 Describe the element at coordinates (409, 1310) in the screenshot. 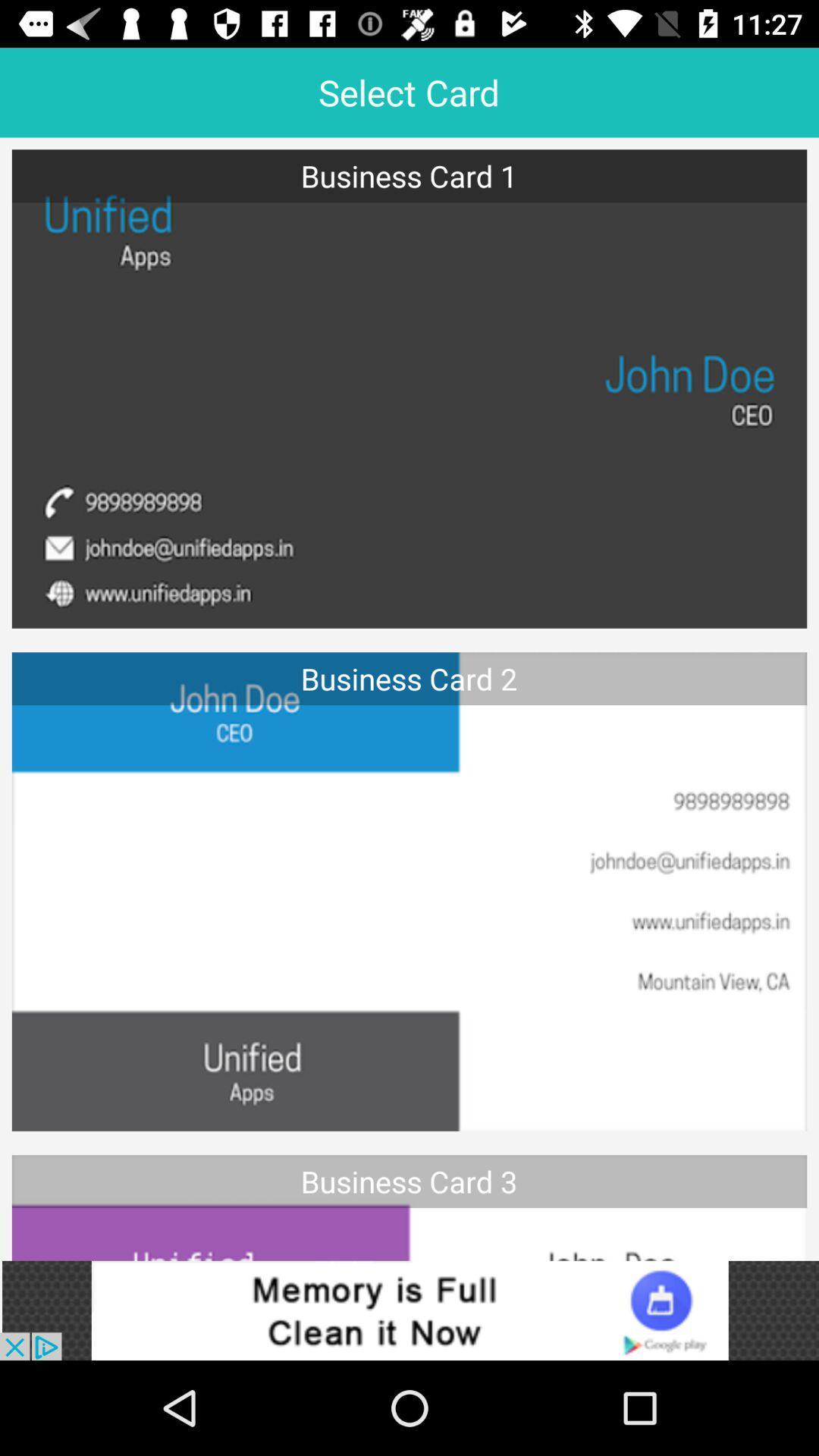

I see `open app advertisement` at that location.